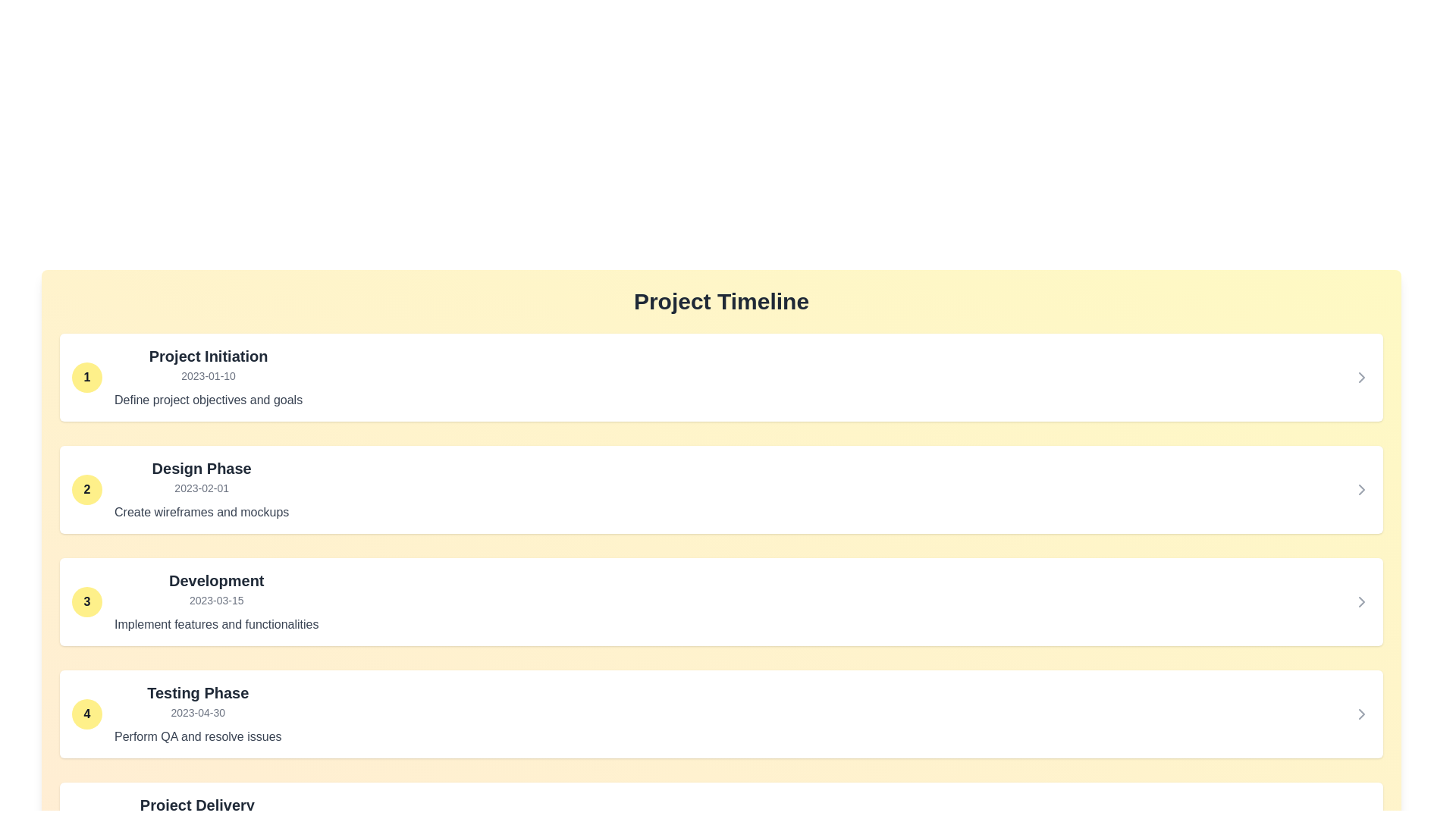 This screenshot has width=1456, height=819. Describe the element at coordinates (86, 714) in the screenshot. I see `the badge indicating step number '4' in the project's timeline, located to the left of the 'Testing Phase' text` at that location.